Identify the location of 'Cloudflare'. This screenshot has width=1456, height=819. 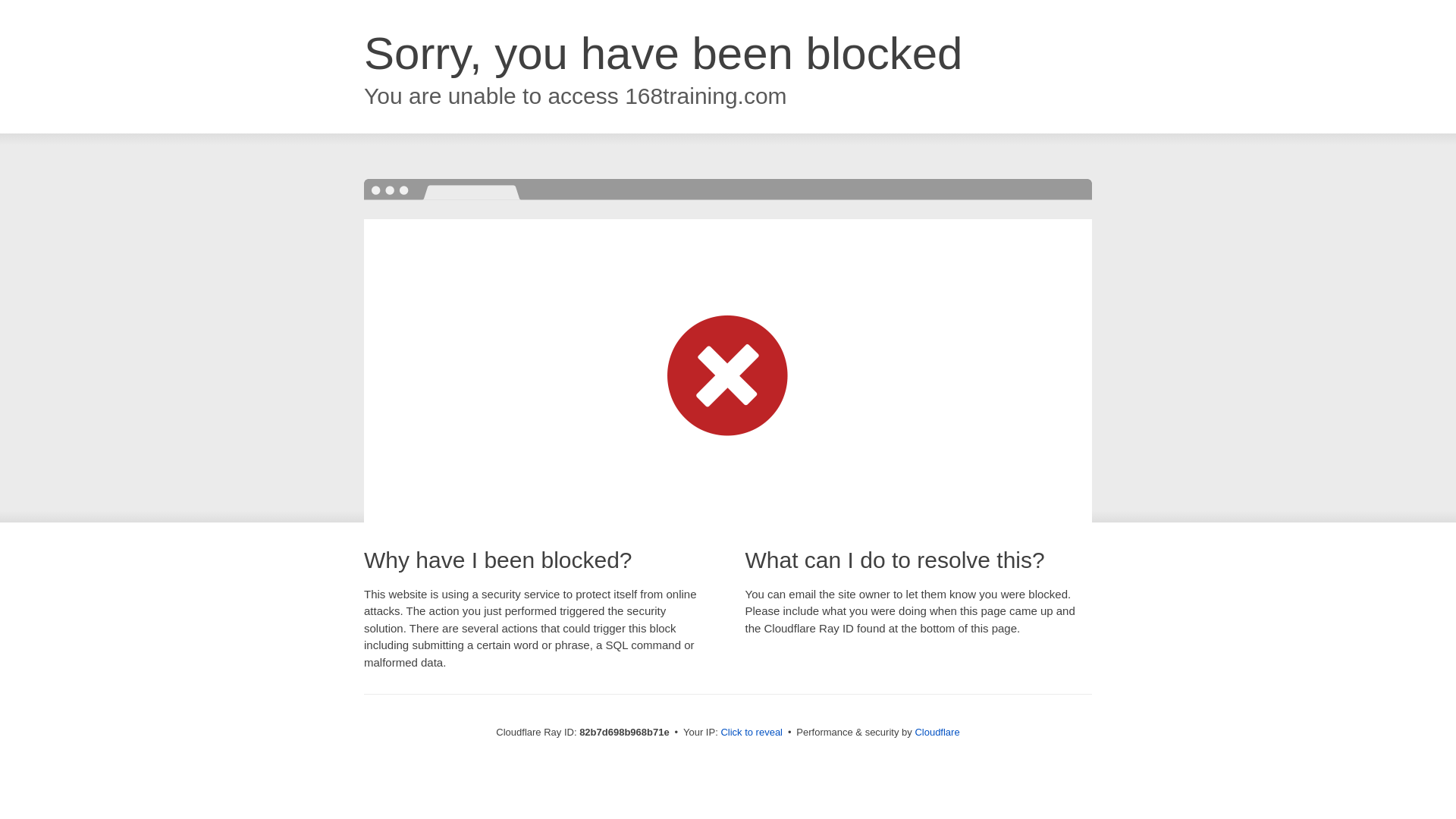
(936, 731).